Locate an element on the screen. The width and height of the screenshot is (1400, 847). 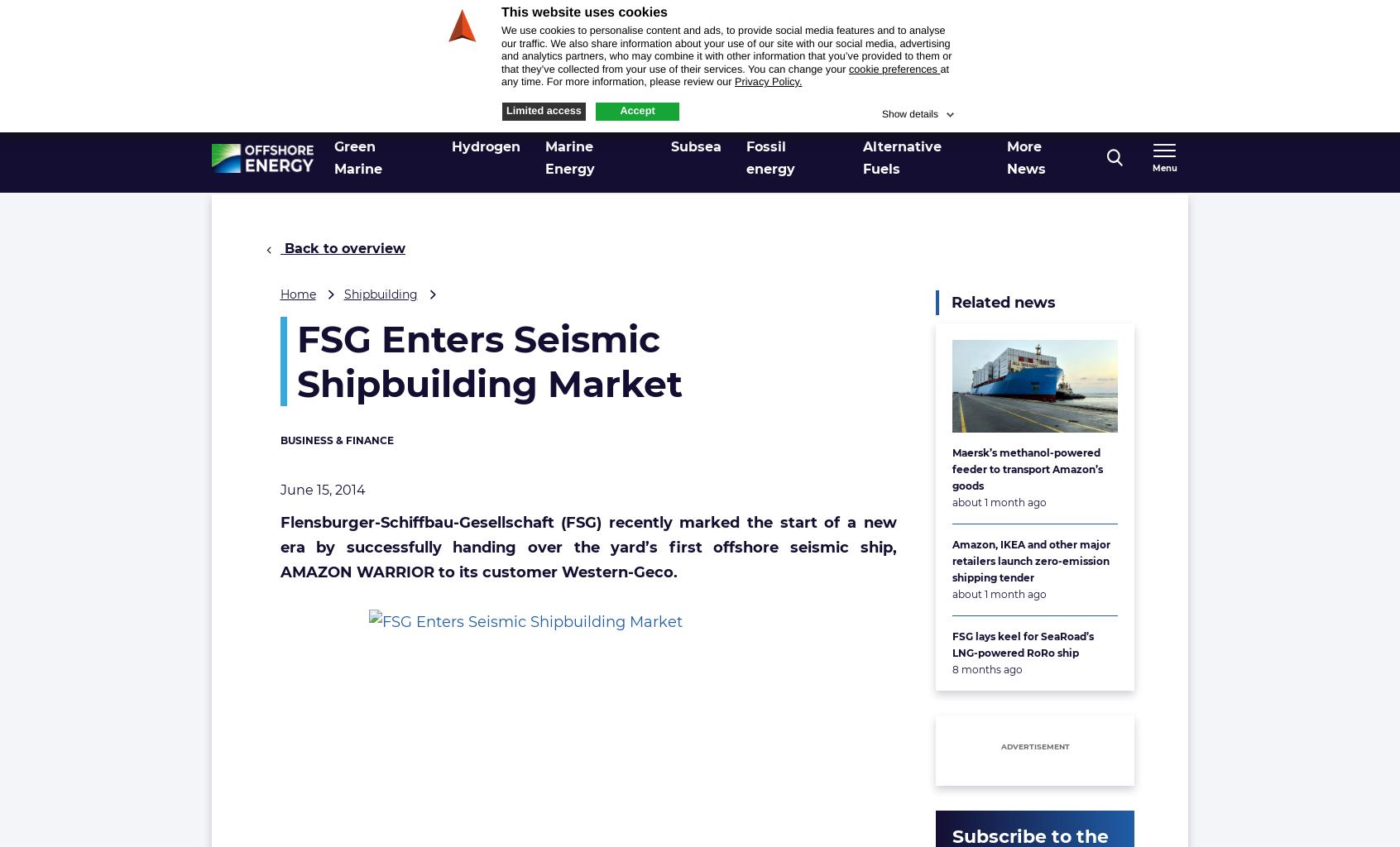
'OEEC 2023' is located at coordinates (1050, 107).